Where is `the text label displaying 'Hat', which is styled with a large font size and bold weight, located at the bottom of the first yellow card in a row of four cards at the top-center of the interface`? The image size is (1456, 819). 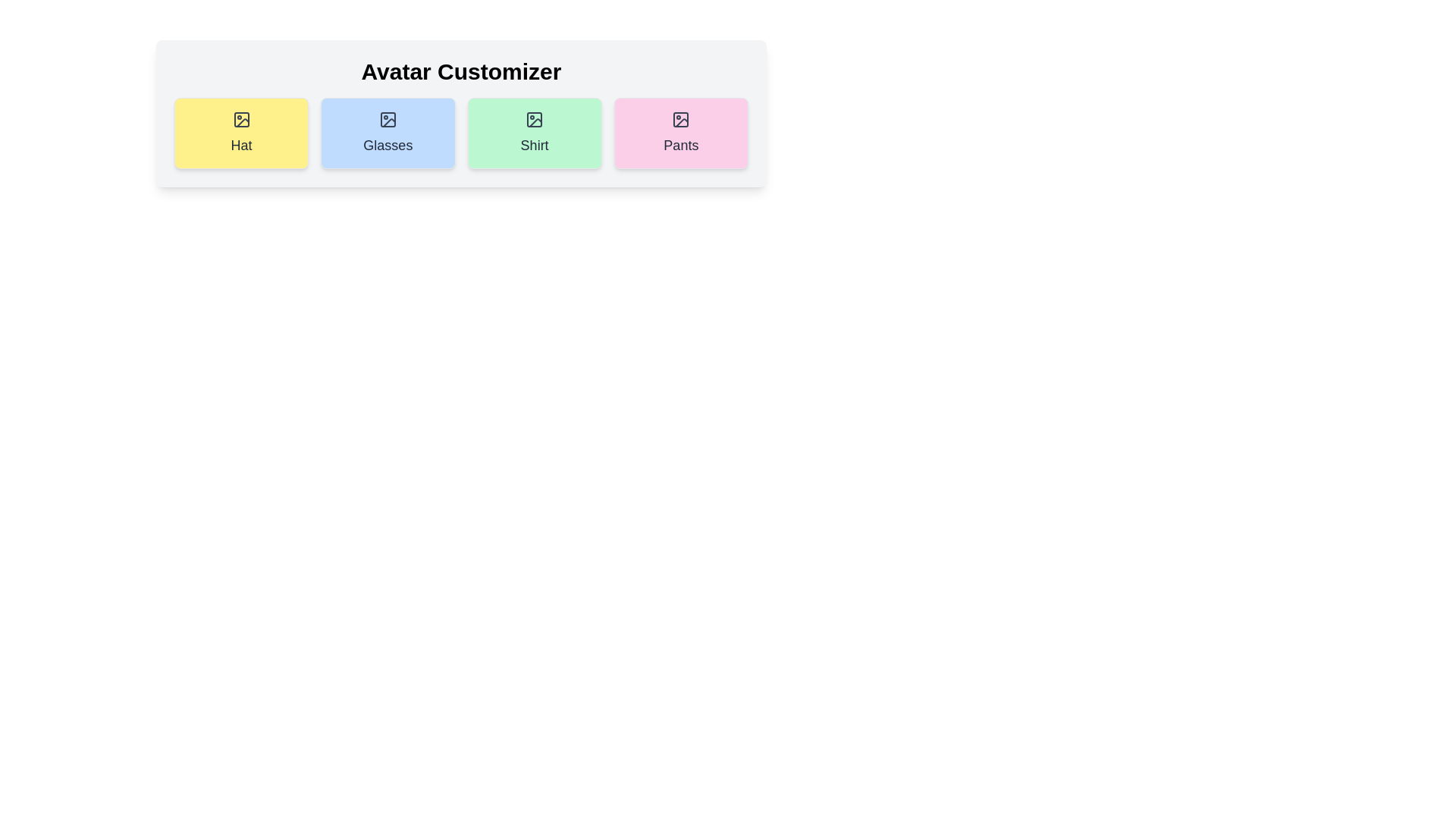
the text label displaying 'Hat', which is styled with a large font size and bold weight, located at the bottom of the first yellow card in a row of four cards at the top-center of the interface is located at coordinates (240, 146).